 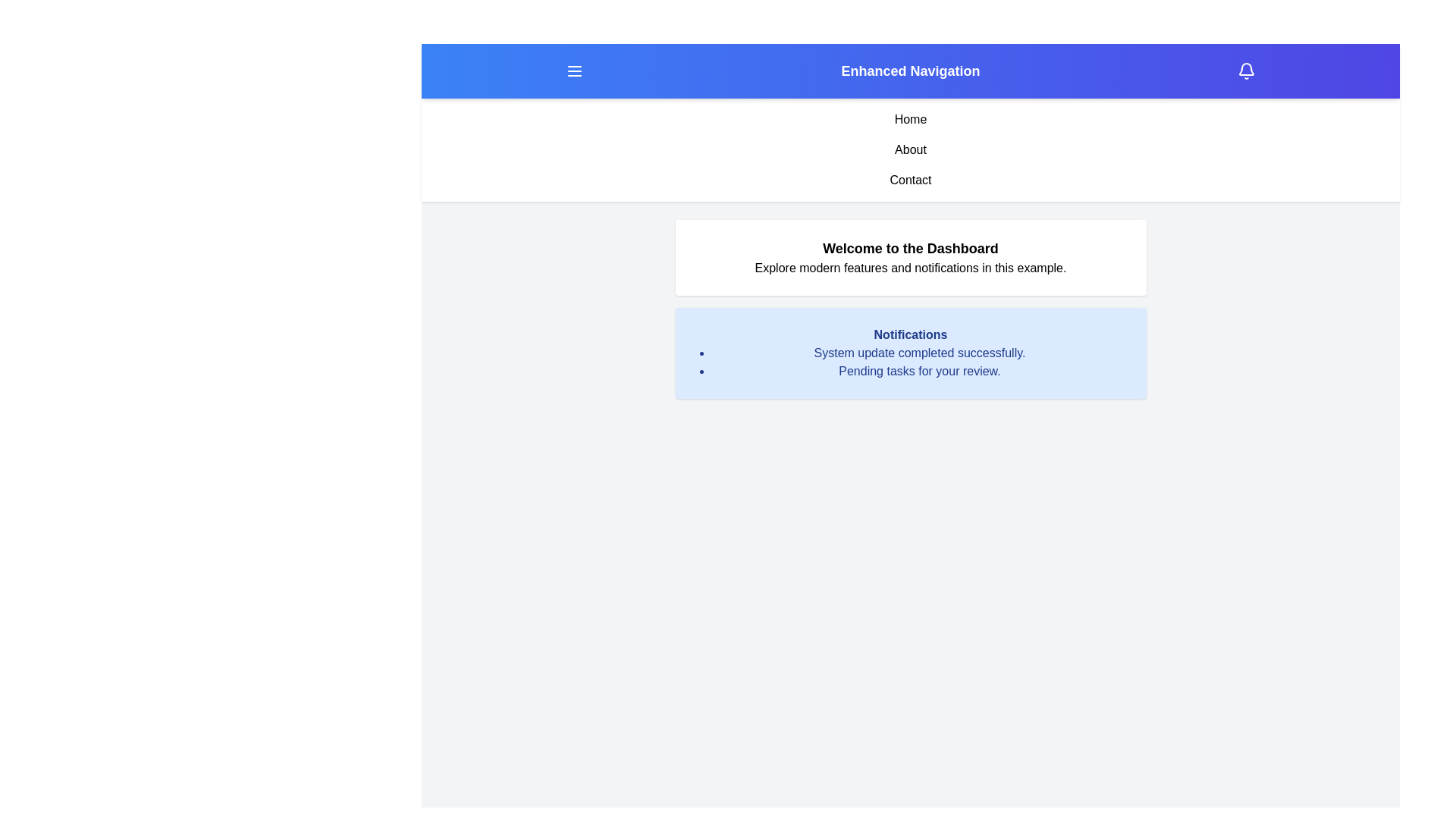 What do you see at coordinates (573, 71) in the screenshot?
I see `the menu button to toggle the menu visibility` at bounding box center [573, 71].